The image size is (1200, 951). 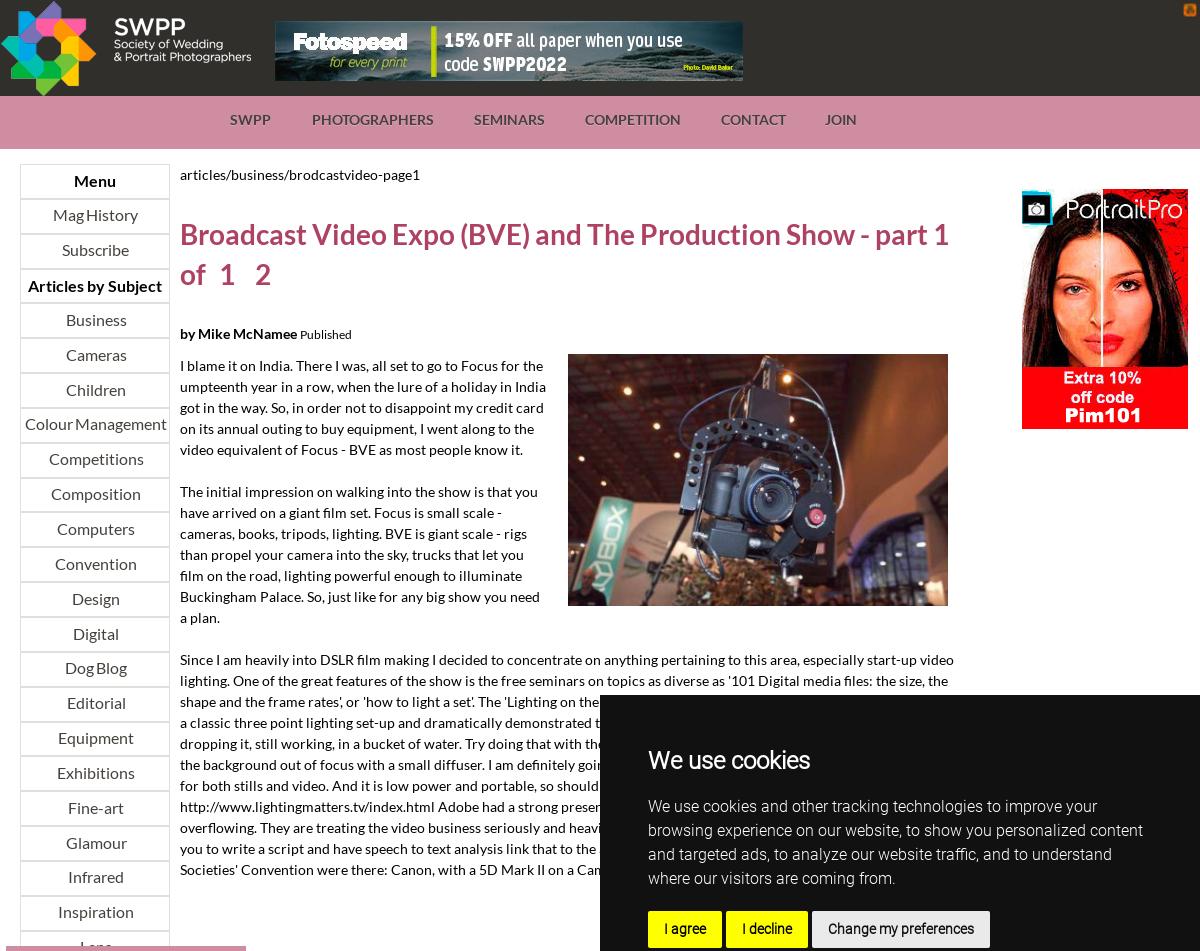 What do you see at coordinates (507, 119) in the screenshot?
I see `'Seminars'` at bounding box center [507, 119].